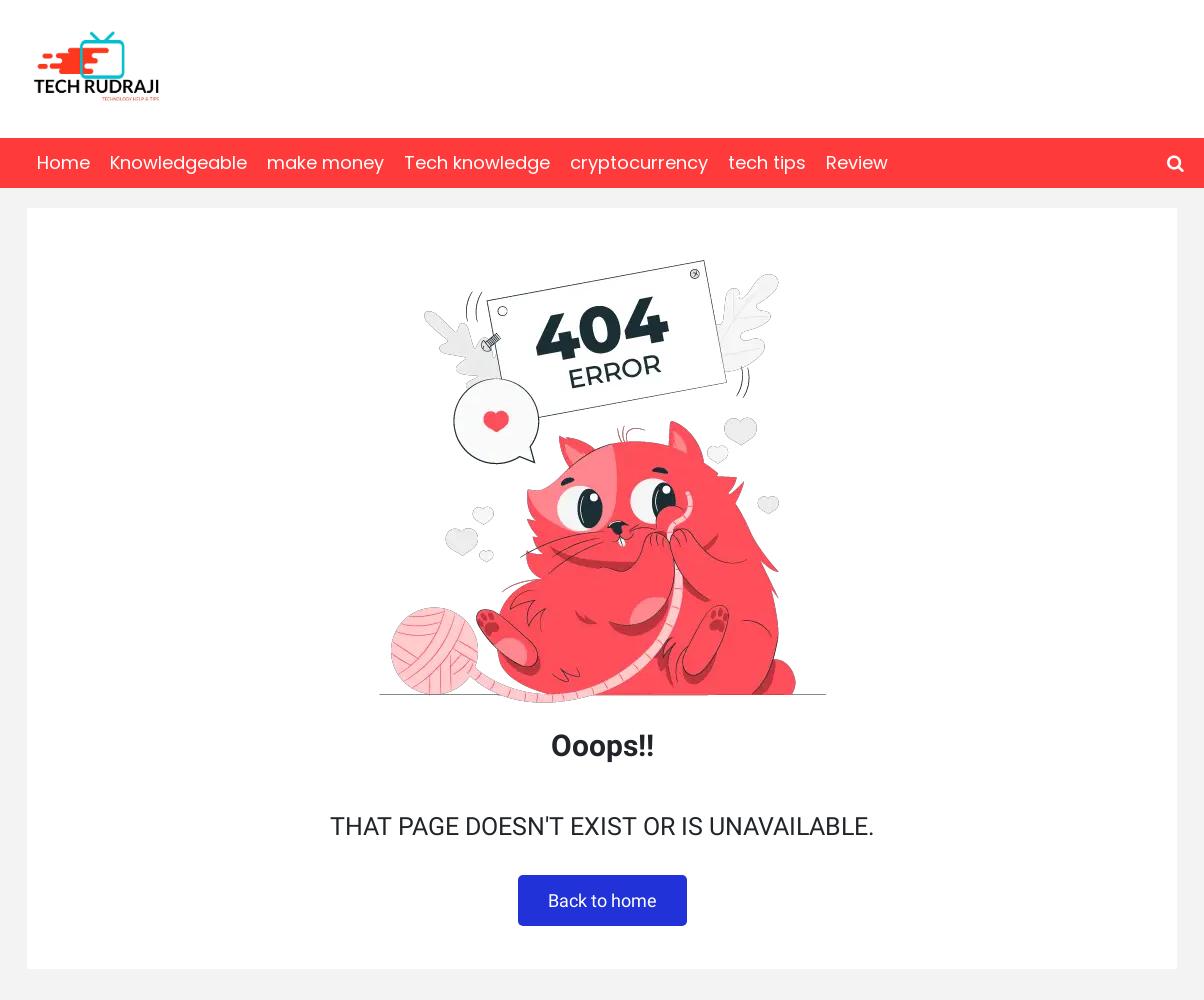 This screenshot has height=1000, width=1204. I want to click on 'Tech knowledge', so click(477, 162).